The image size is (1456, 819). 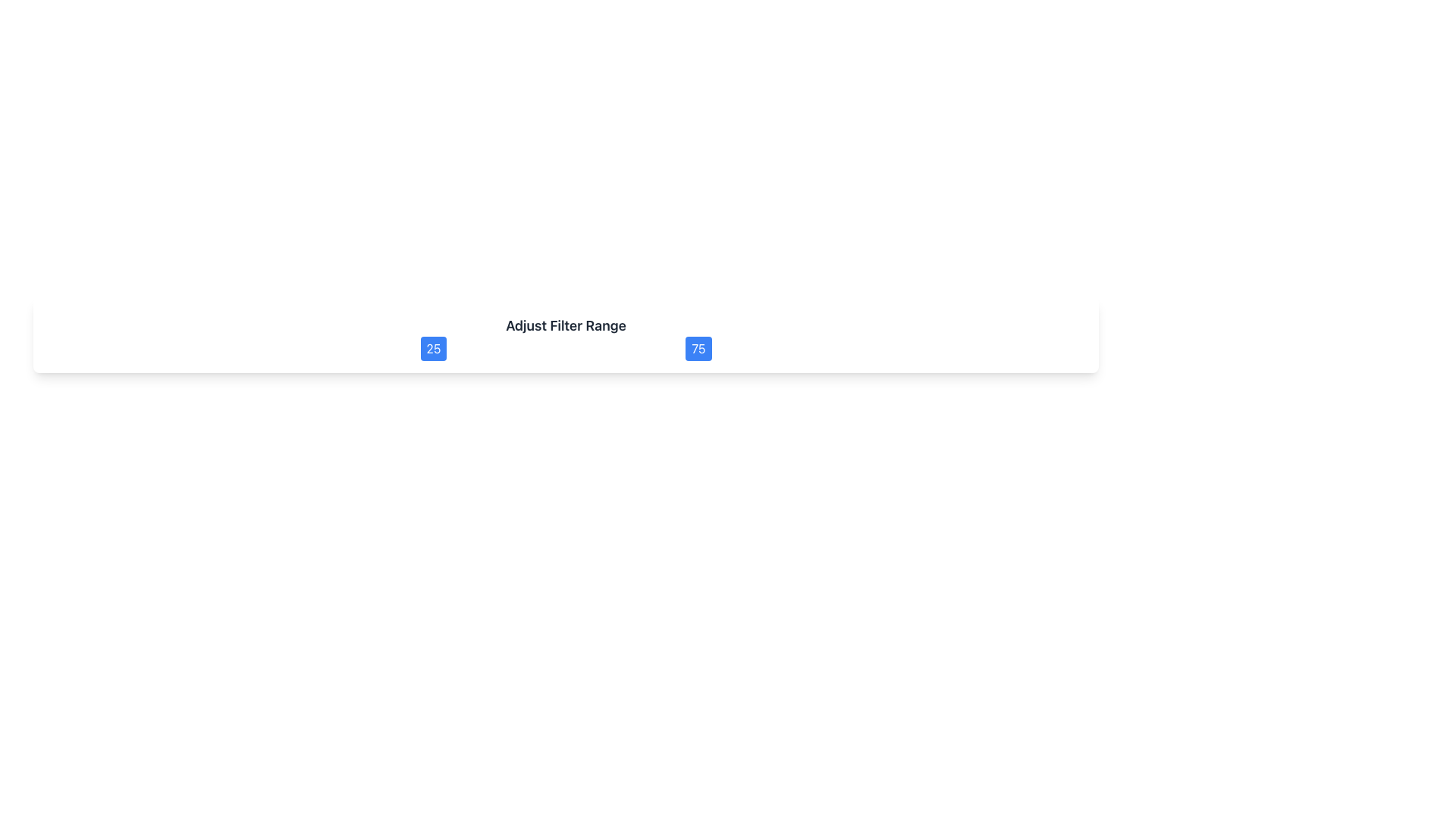 I want to click on slider value, so click(x=657, y=356).